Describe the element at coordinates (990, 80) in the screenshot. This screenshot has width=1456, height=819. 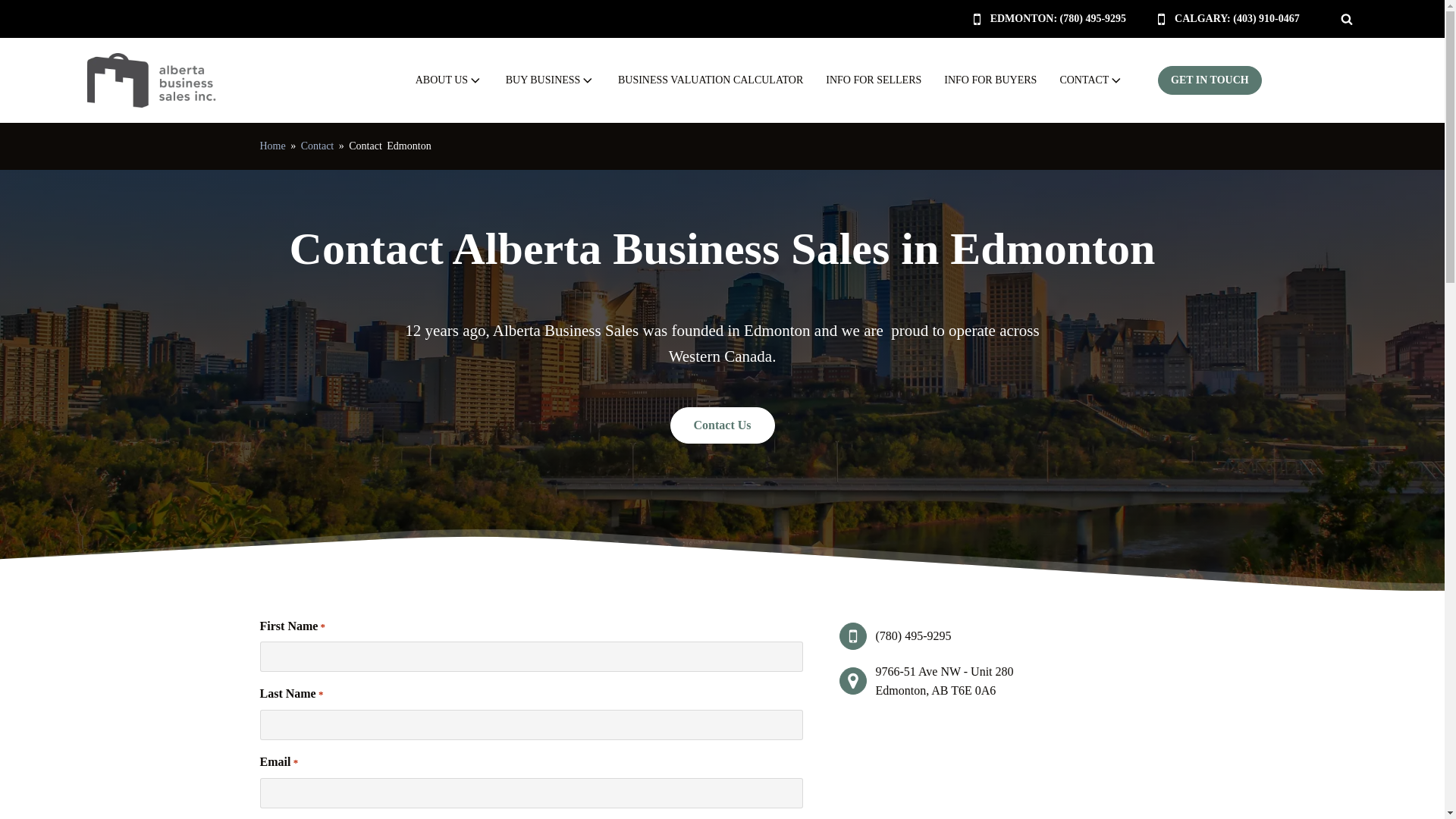
I see `'INFO FOR BUYERS'` at that location.